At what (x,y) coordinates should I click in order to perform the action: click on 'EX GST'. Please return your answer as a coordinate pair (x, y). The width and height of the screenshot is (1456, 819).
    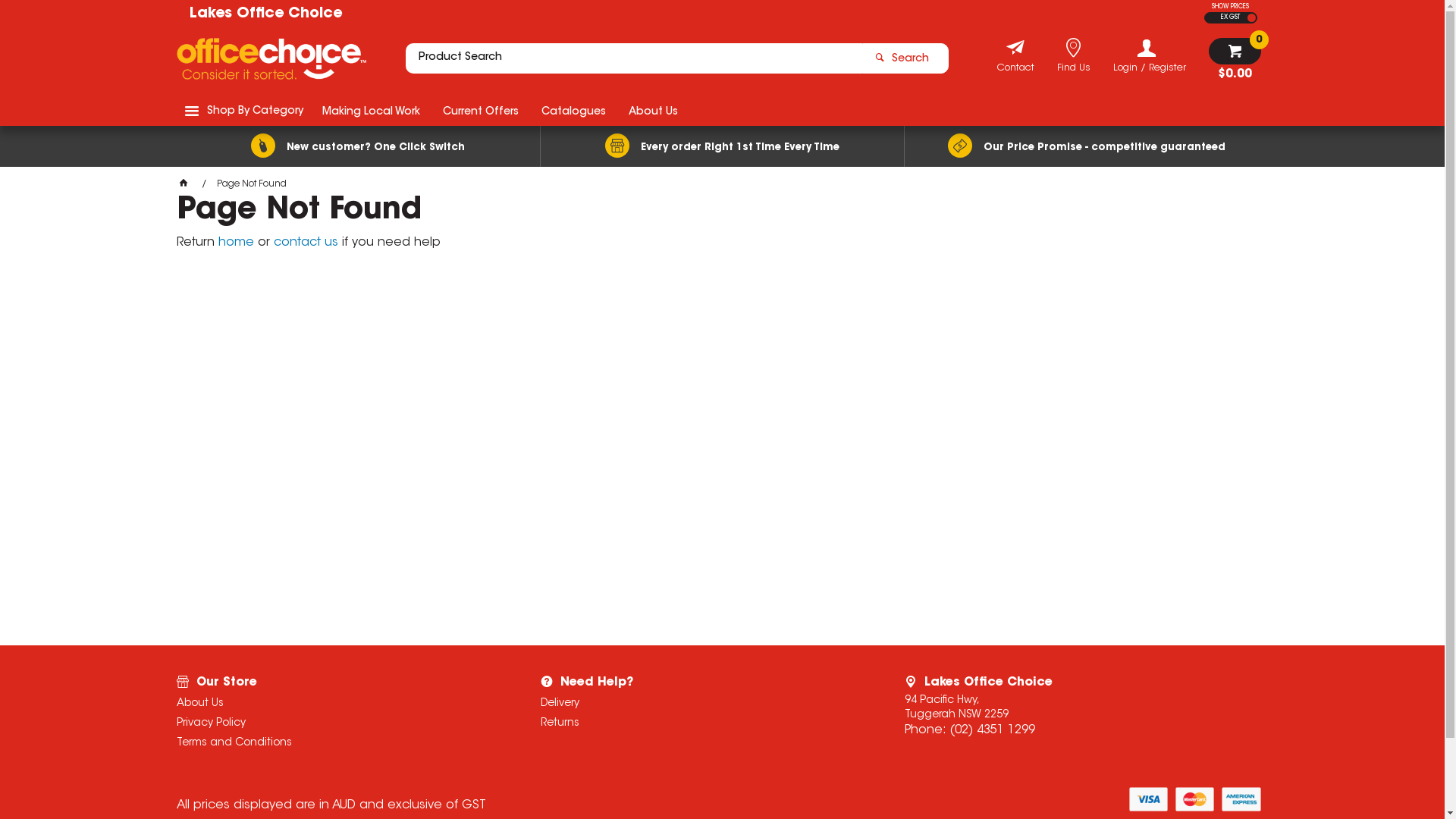
    Looking at the image, I should click on (1222, 17).